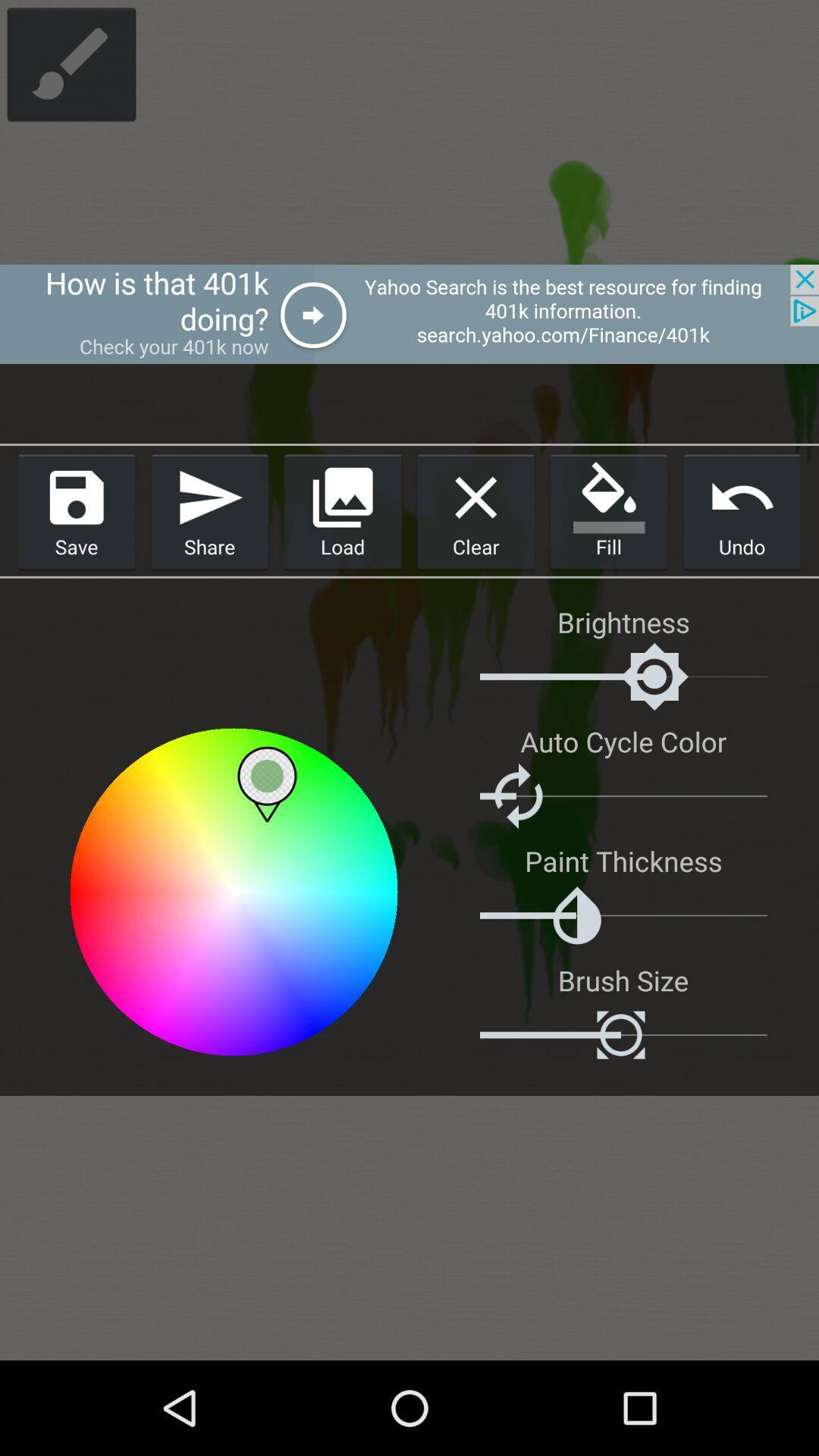  What do you see at coordinates (409, 313) in the screenshot?
I see `advertisement` at bounding box center [409, 313].